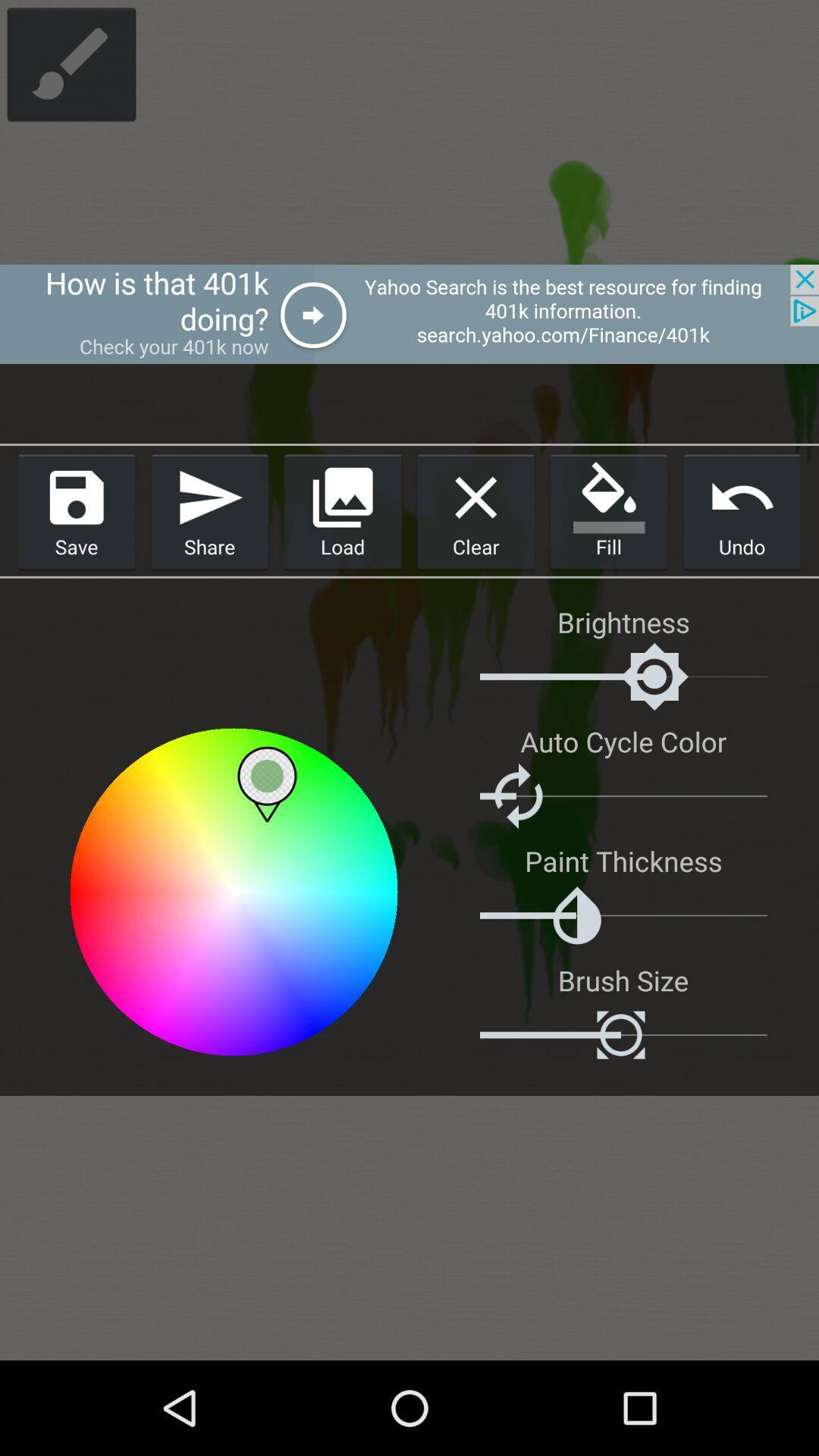  What do you see at coordinates (409, 313) in the screenshot?
I see `advertisement` at bounding box center [409, 313].